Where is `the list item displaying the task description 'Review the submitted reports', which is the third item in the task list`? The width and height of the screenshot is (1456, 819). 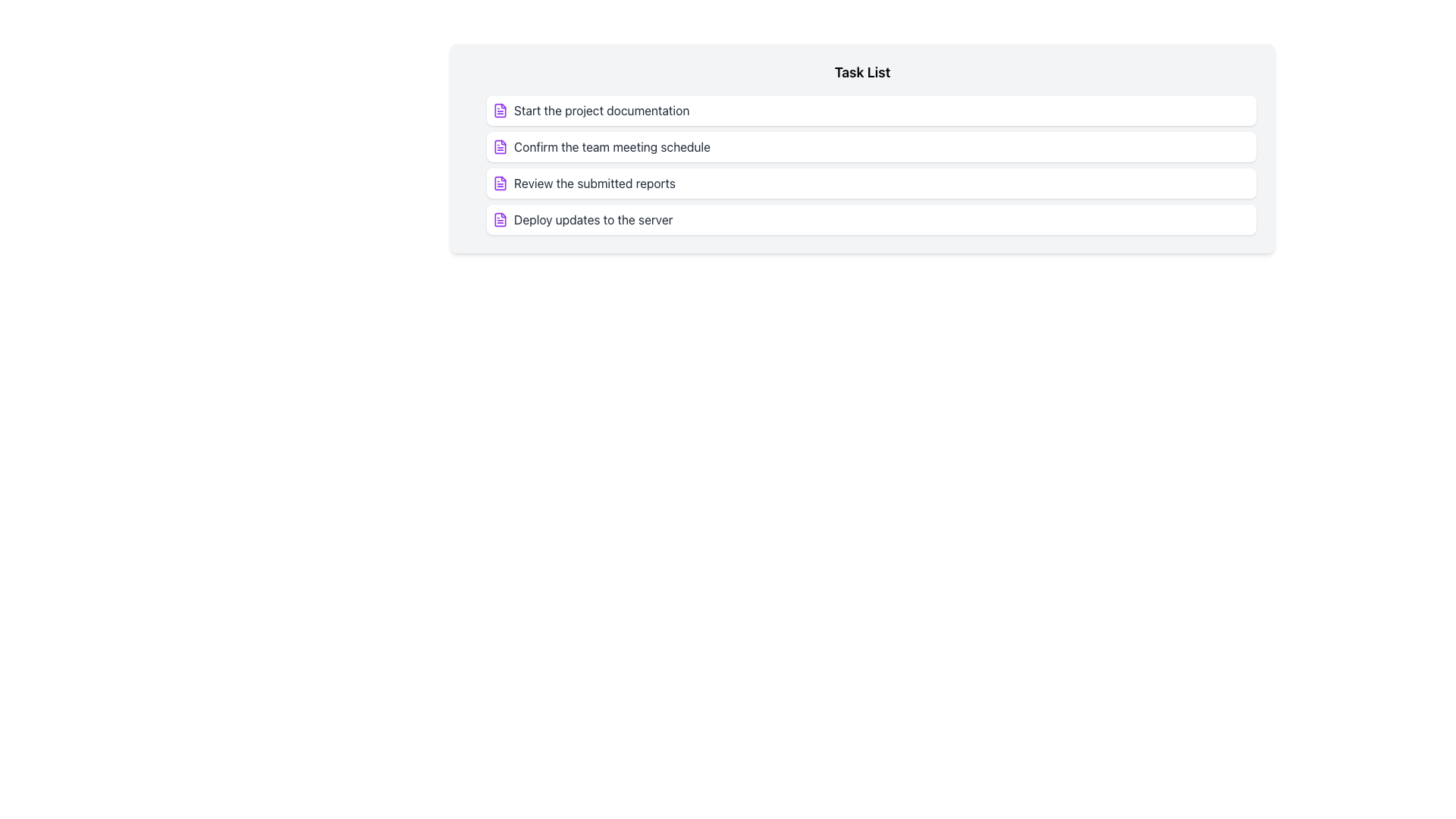 the list item displaying the task description 'Review the submitted reports', which is the third item in the task list is located at coordinates (871, 183).